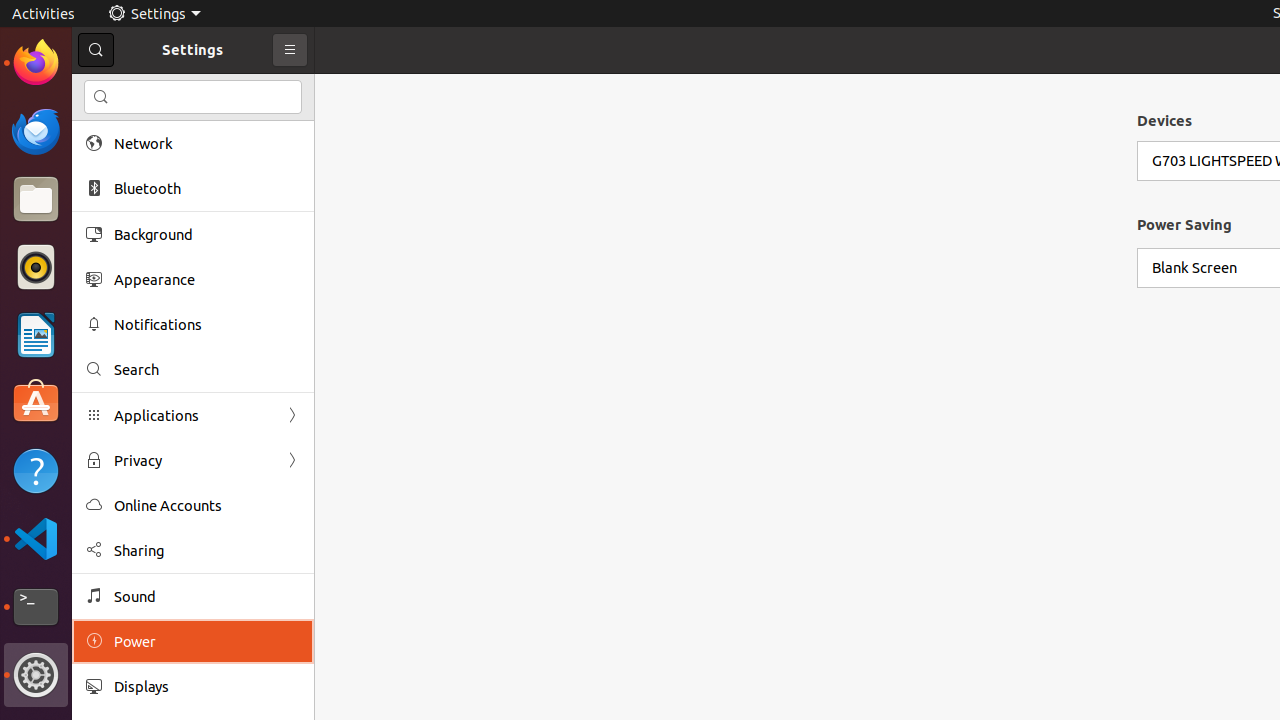 The width and height of the screenshot is (1280, 720). I want to click on 'edit-find-symbolic', so click(99, 96).